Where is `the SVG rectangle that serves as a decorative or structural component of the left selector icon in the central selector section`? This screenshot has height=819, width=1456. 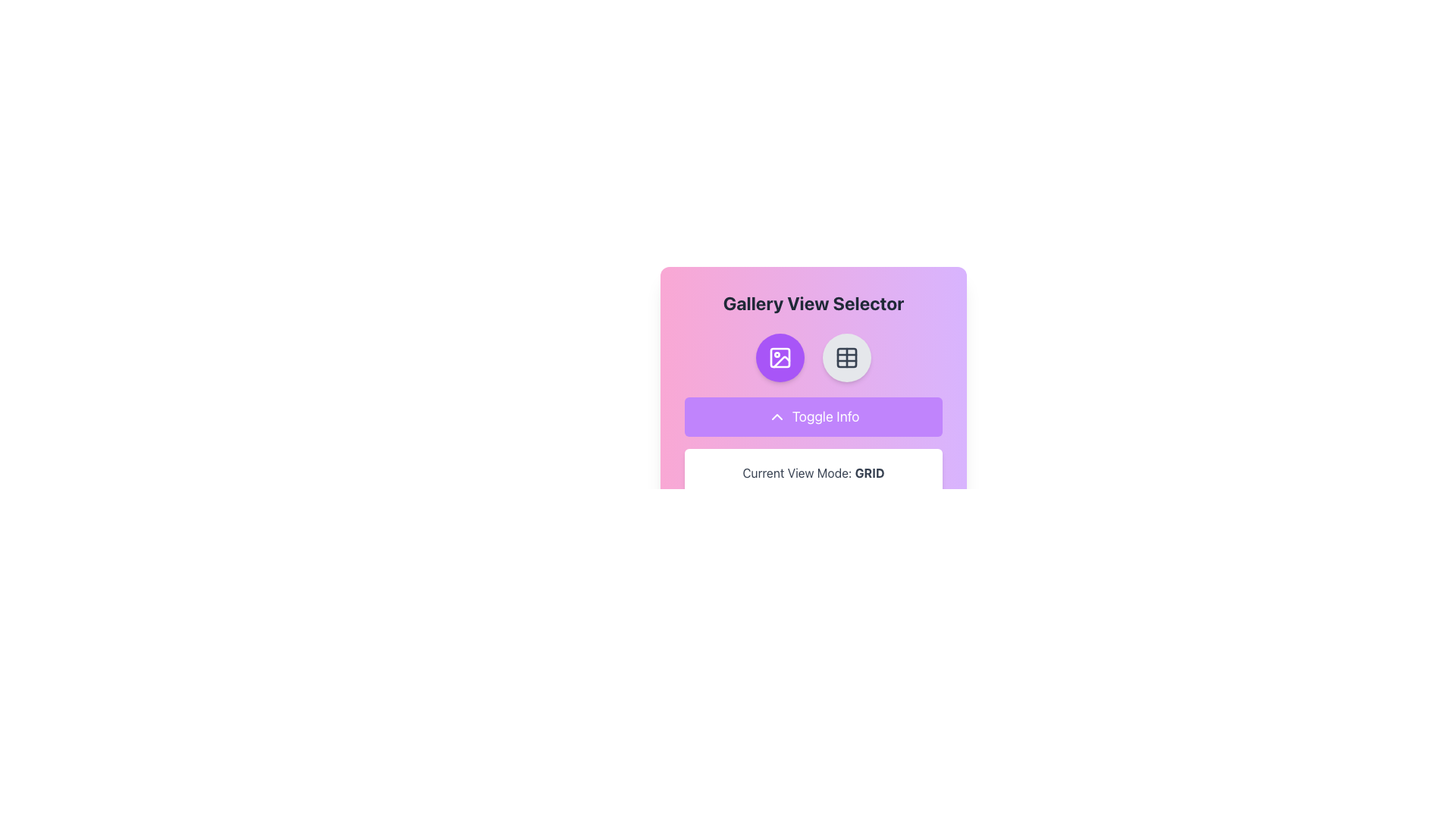 the SVG rectangle that serves as a decorative or structural component of the left selector icon in the central selector section is located at coordinates (780, 357).